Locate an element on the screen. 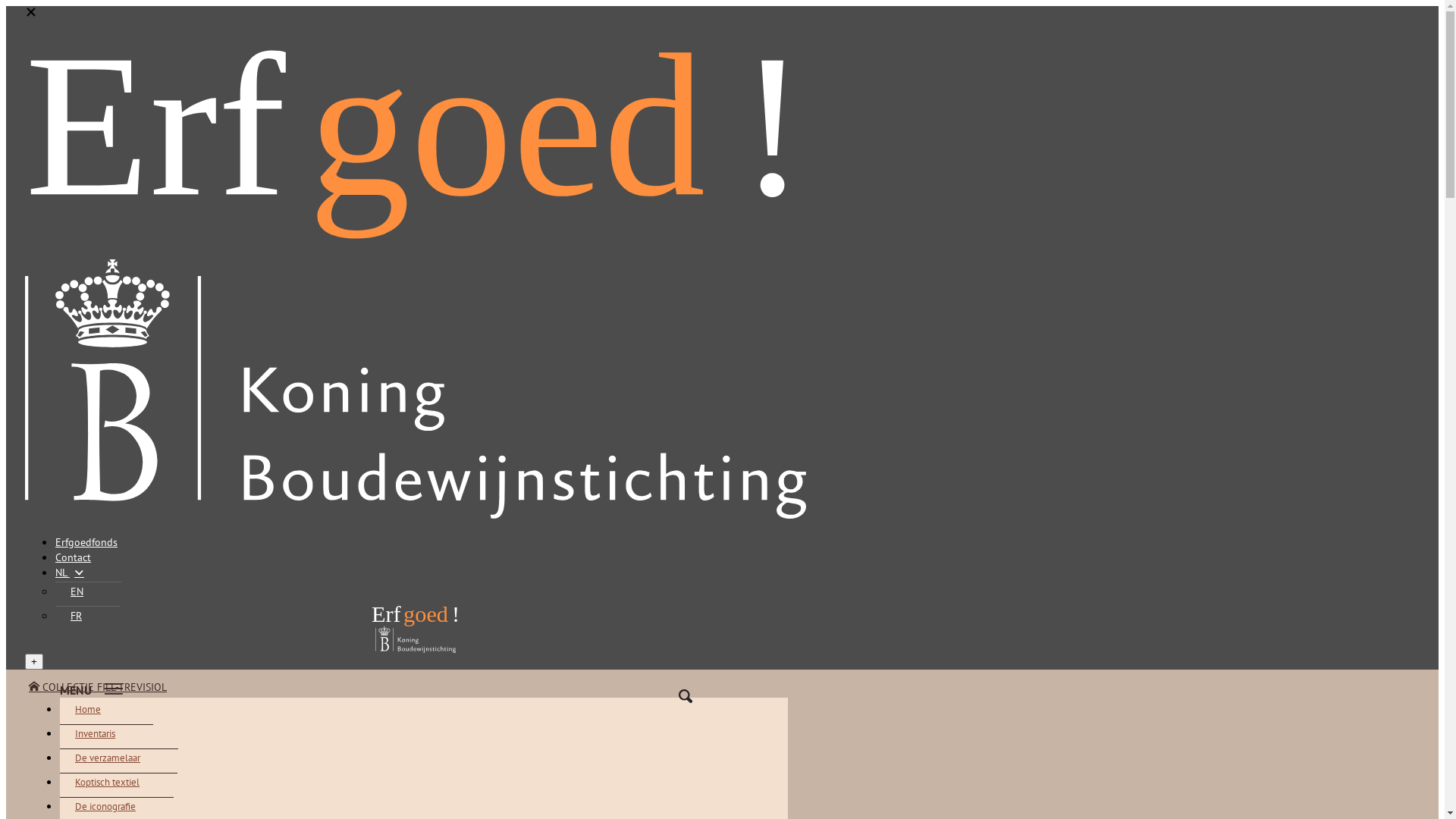 Image resolution: width=1456 pixels, height=819 pixels. 'De verzamelaar' is located at coordinates (59, 758).